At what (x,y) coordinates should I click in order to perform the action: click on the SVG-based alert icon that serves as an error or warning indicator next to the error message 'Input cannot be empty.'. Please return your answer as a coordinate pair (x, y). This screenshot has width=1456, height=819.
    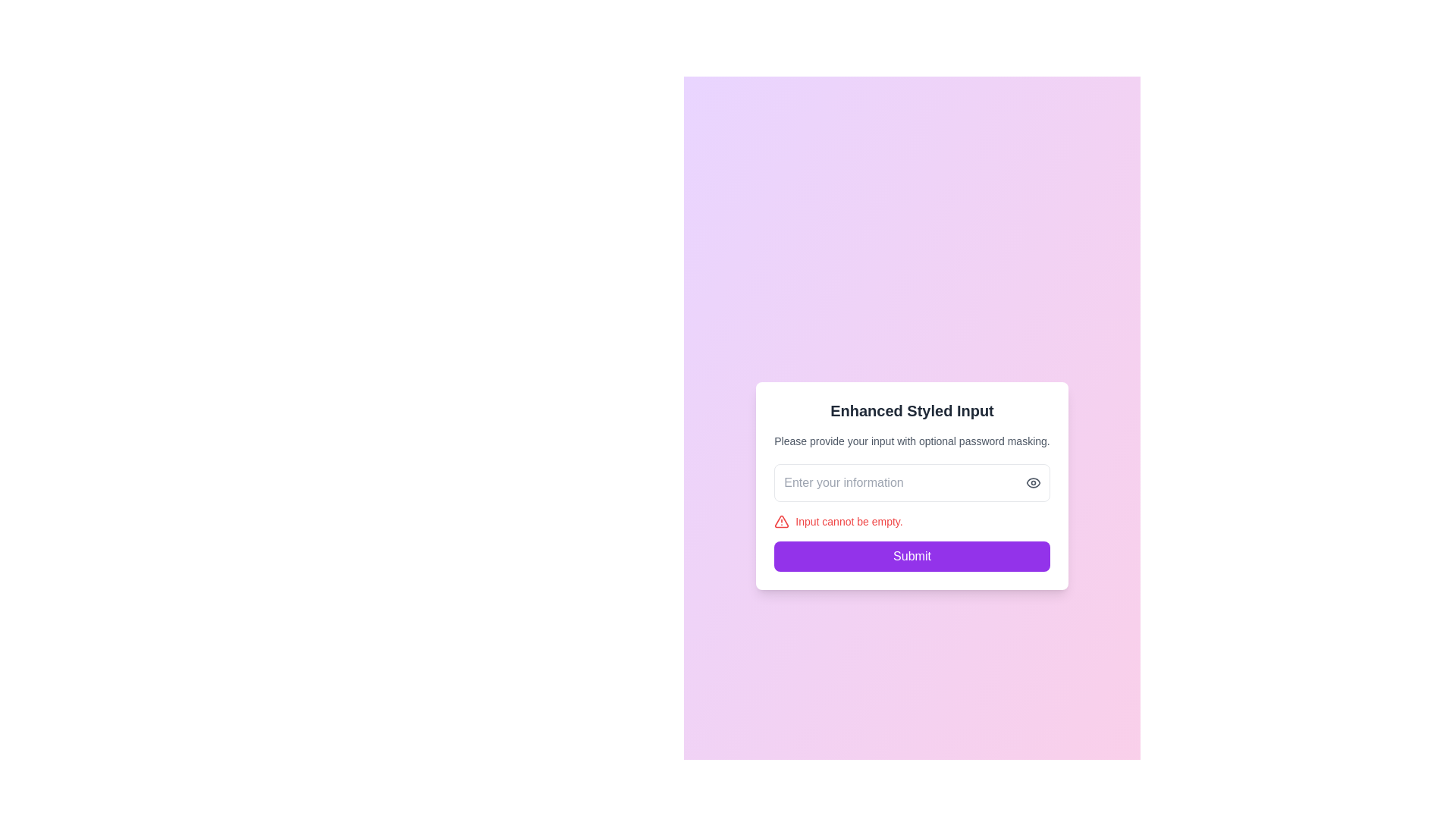
    Looking at the image, I should click on (782, 520).